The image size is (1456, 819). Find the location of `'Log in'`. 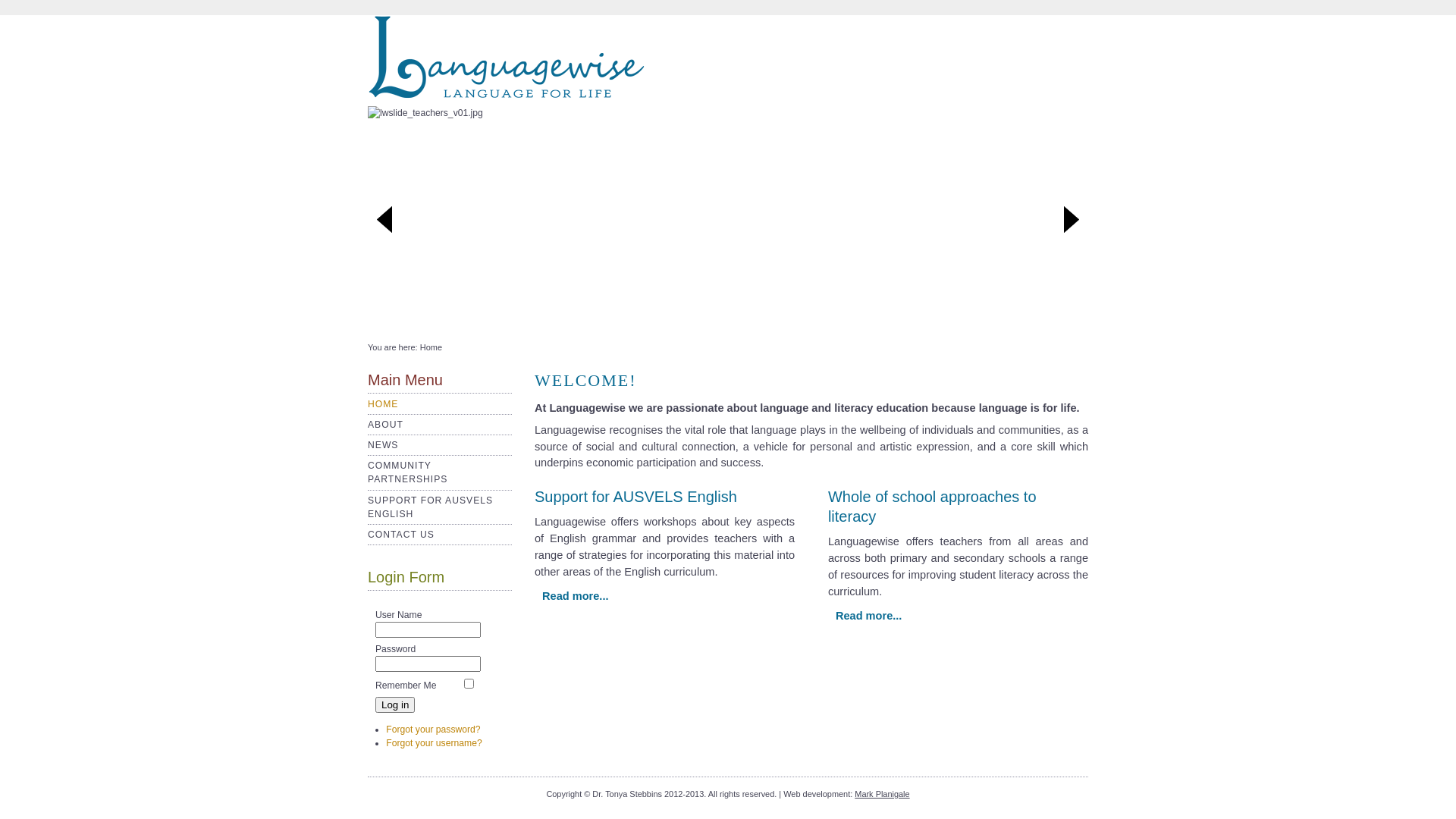

'Log in' is located at coordinates (395, 704).